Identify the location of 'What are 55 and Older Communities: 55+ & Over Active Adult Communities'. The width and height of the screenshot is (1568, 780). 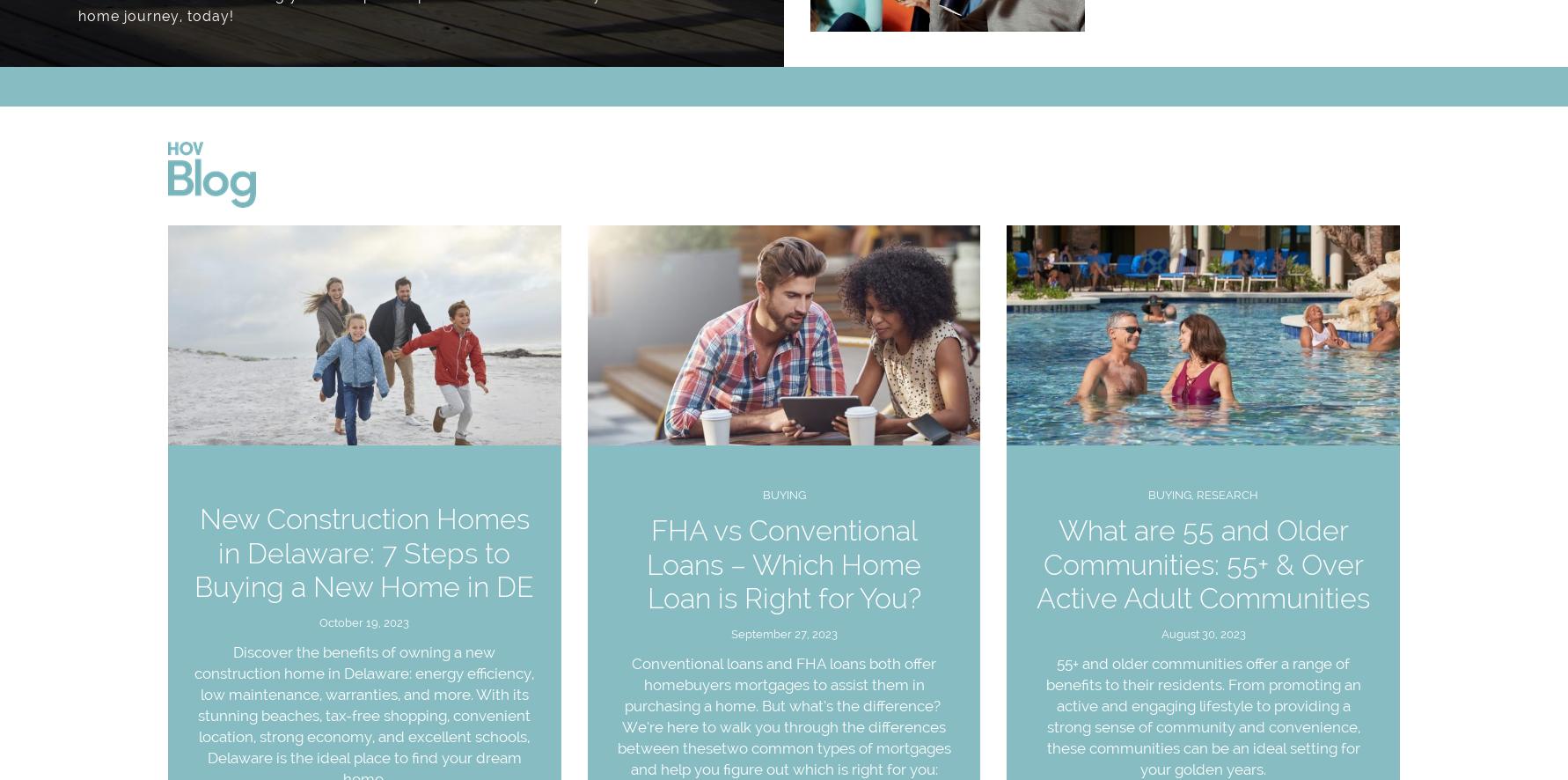
(1202, 564).